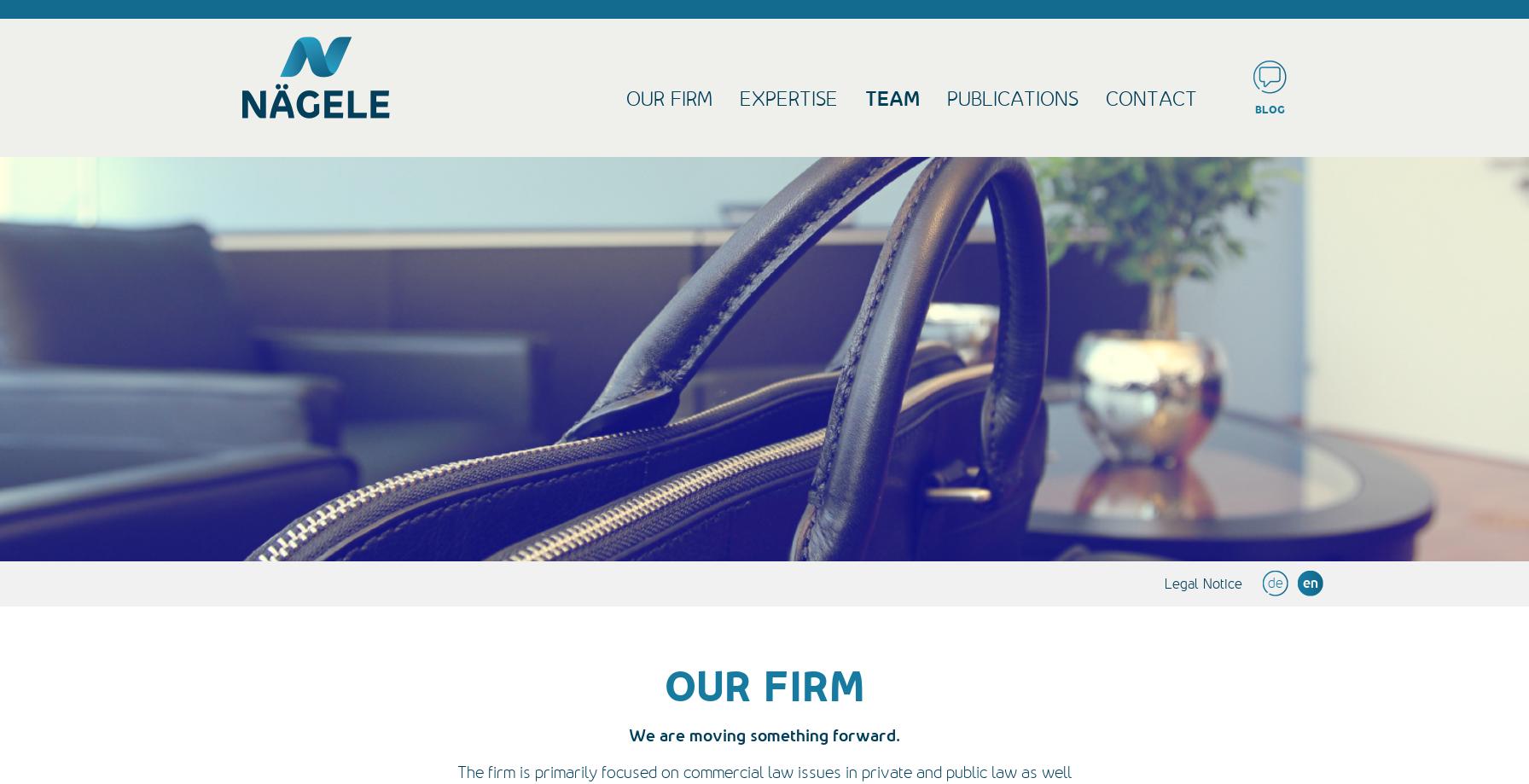 This screenshot has height=784, width=1529. What do you see at coordinates (1164, 583) in the screenshot?
I see `'Legal Notice'` at bounding box center [1164, 583].